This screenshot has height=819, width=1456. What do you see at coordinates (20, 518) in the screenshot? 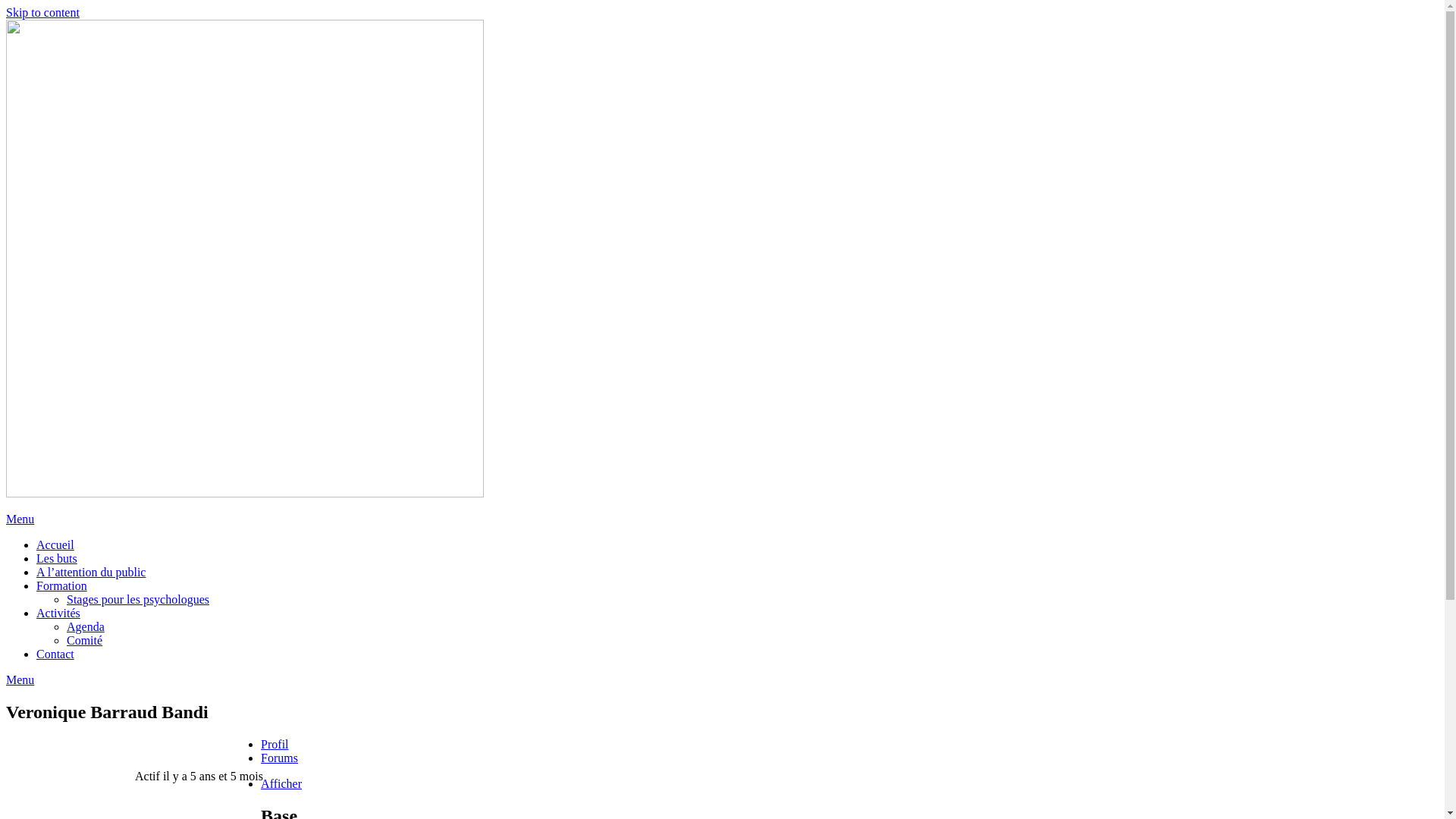
I see `'Menu'` at bounding box center [20, 518].